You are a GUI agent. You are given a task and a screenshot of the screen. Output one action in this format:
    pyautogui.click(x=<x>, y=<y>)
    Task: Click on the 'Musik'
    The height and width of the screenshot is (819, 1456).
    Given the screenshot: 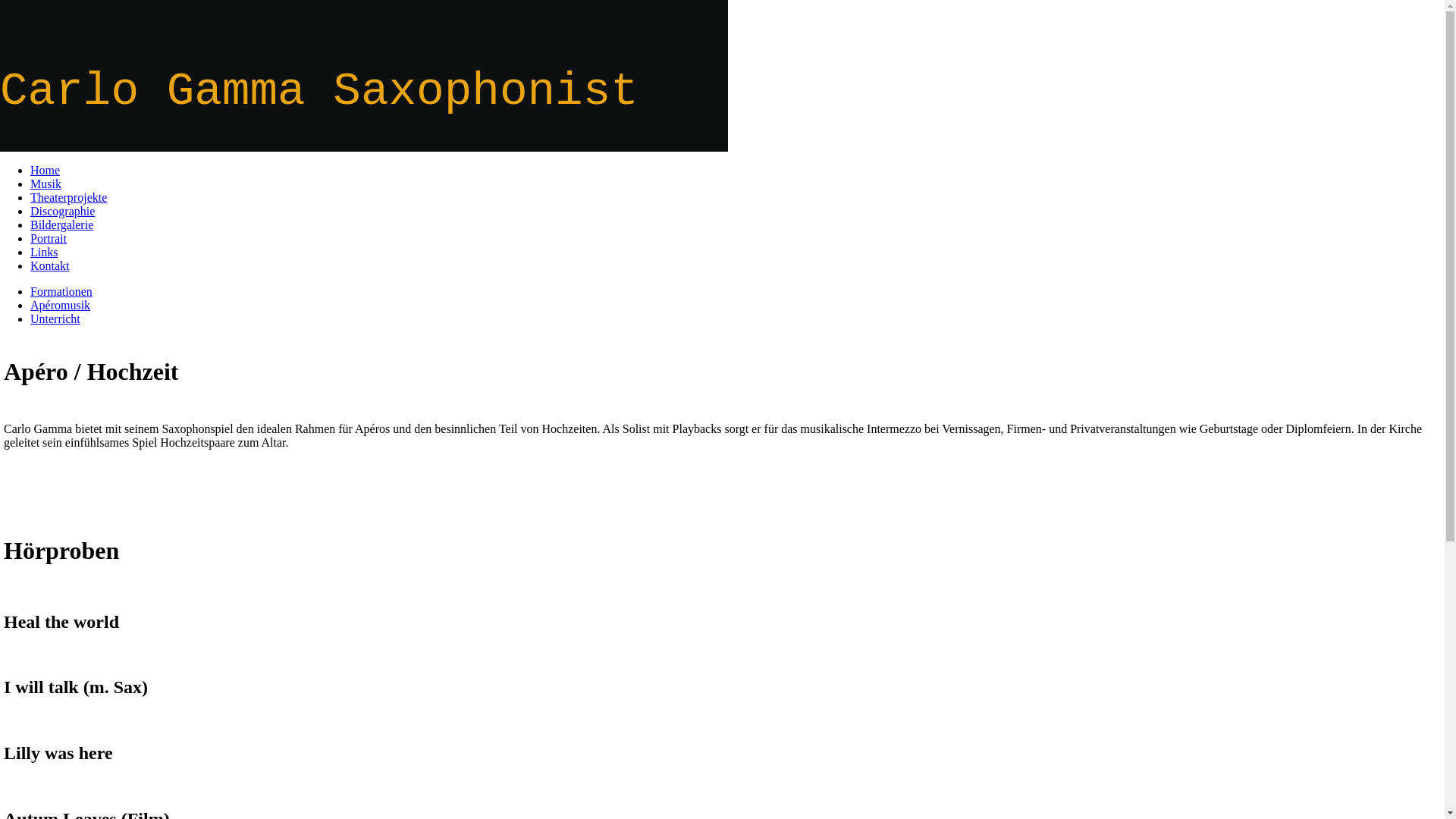 What is the action you would take?
    pyautogui.click(x=45, y=183)
    